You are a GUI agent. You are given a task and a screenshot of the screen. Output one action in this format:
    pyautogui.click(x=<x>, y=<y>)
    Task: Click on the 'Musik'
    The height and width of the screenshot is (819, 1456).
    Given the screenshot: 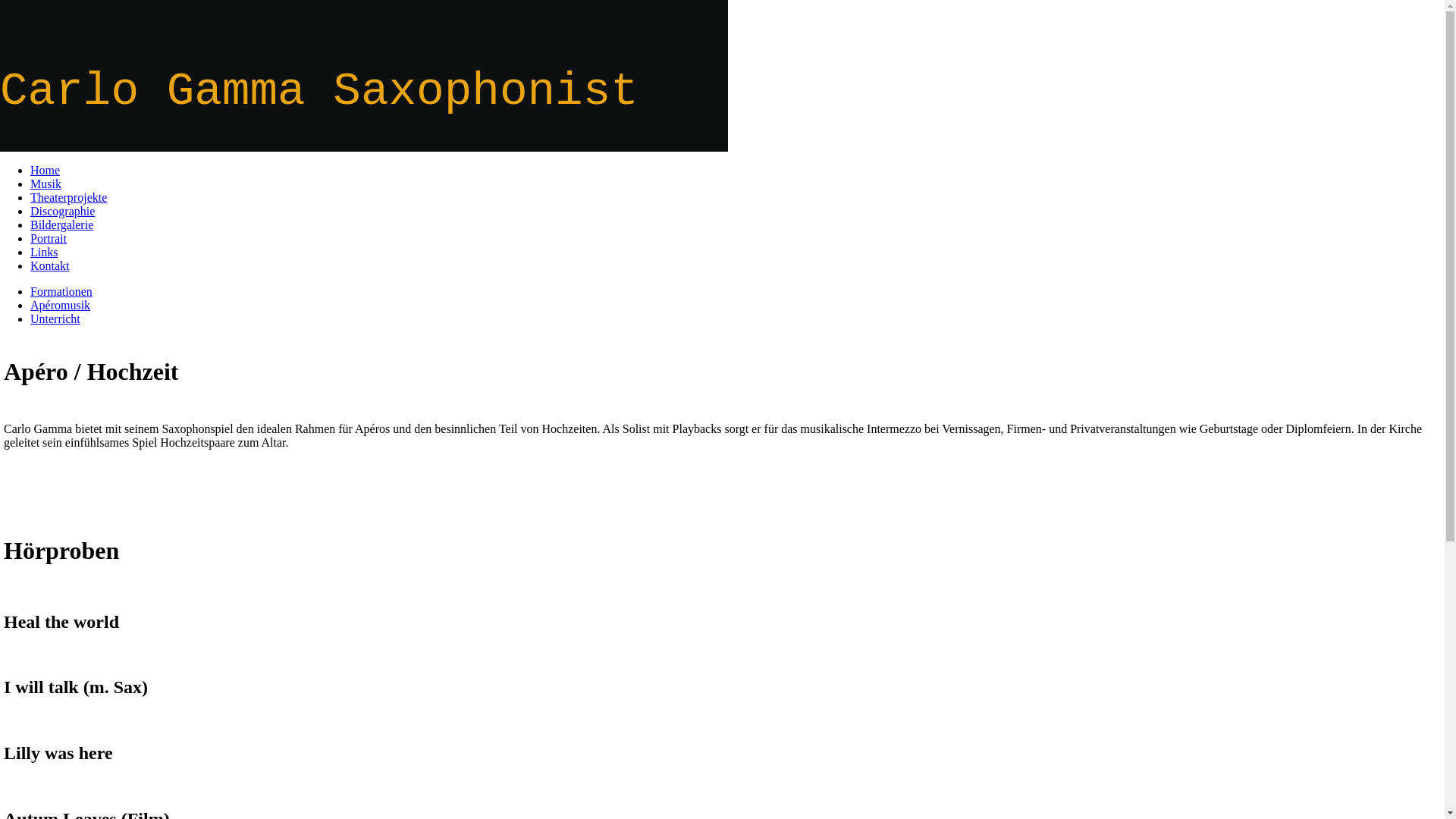 What is the action you would take?
    pyautogui.click(x=45, y=183)
    